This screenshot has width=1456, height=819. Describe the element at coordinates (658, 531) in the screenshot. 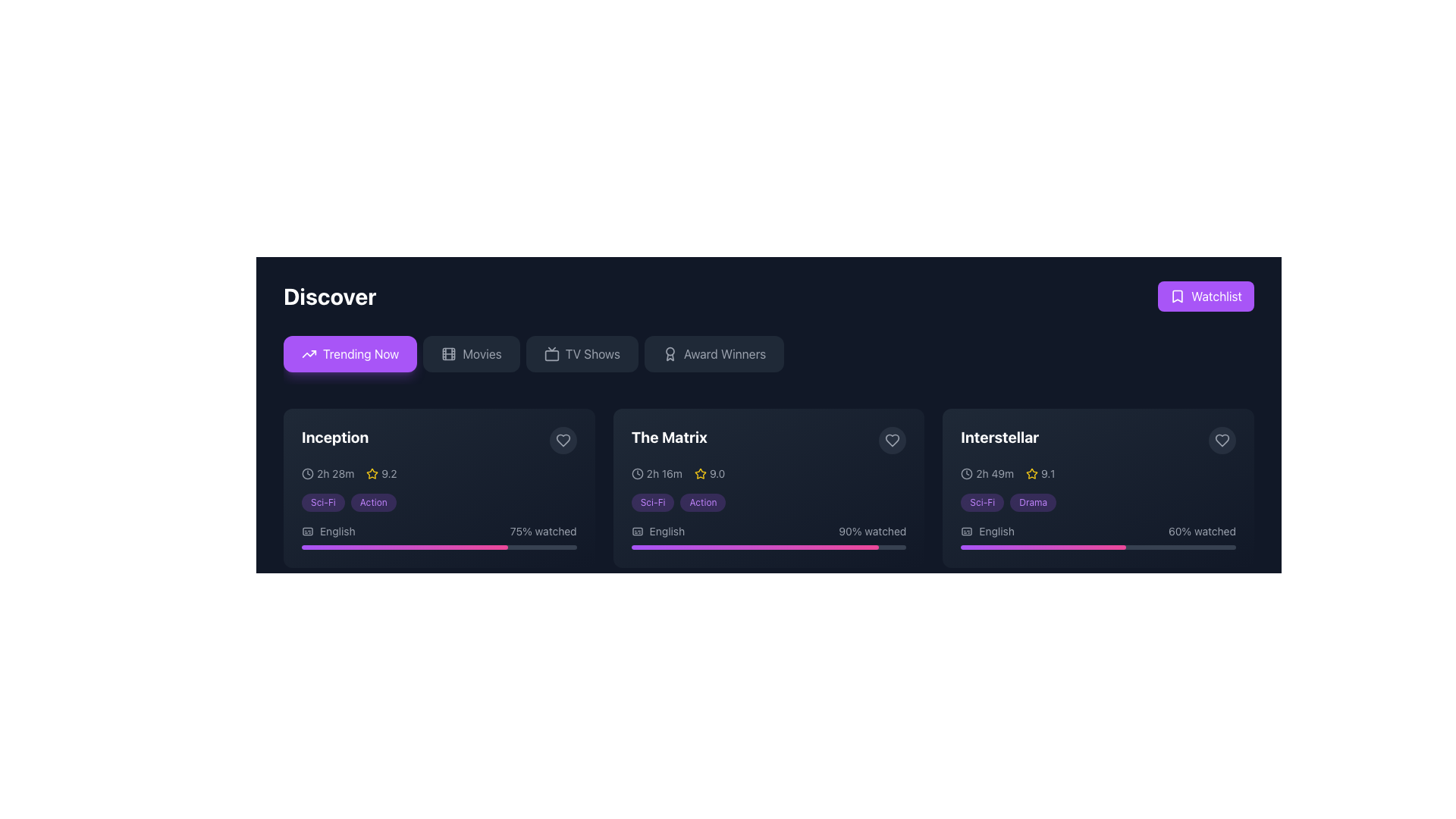

I see `the language indicator text element for the movie 'The Matrix', located underneath the genre labels and above the viewing progress bar` at that location.